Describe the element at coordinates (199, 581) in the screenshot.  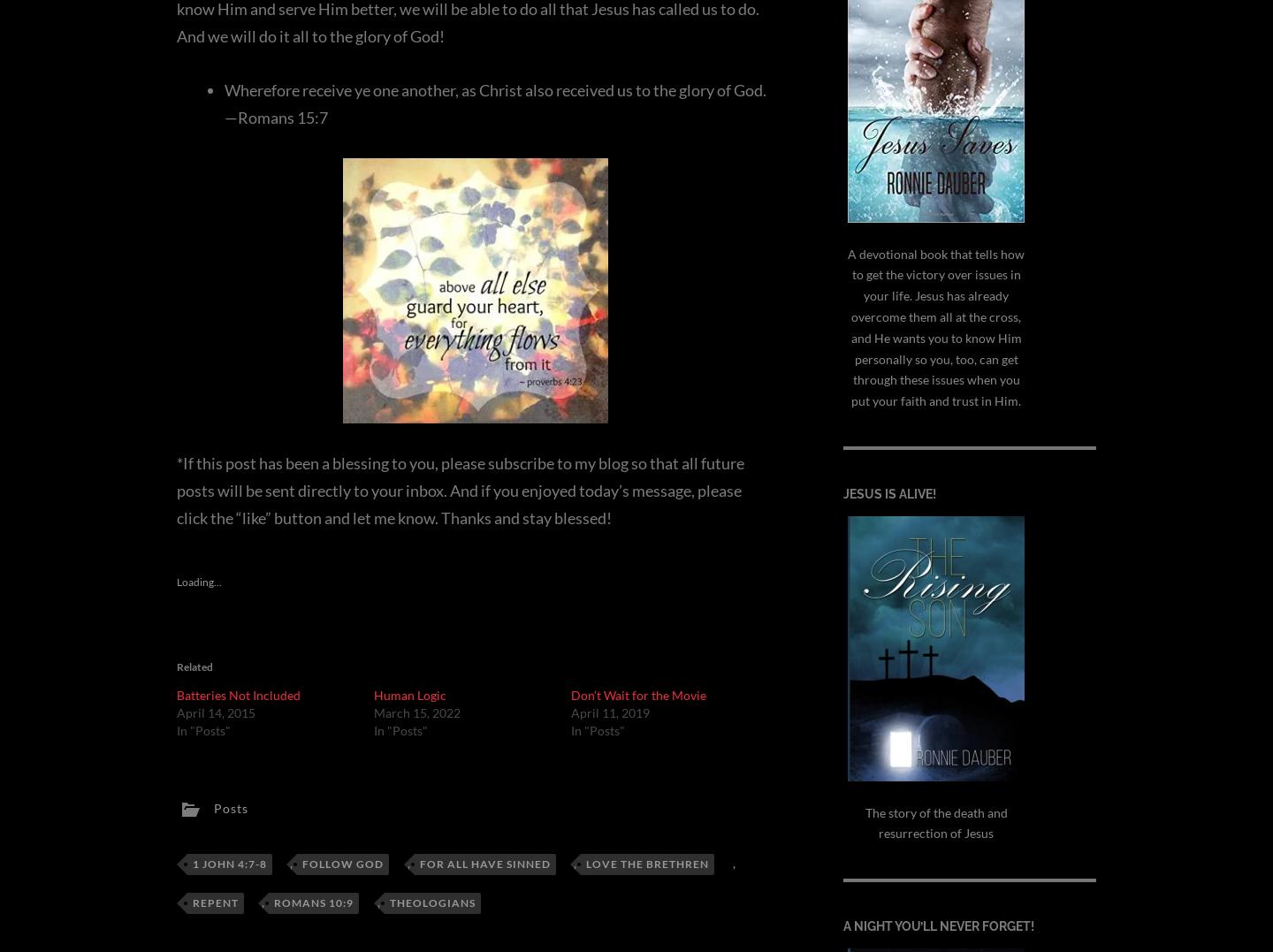
I see `'Loading...'` at that location.